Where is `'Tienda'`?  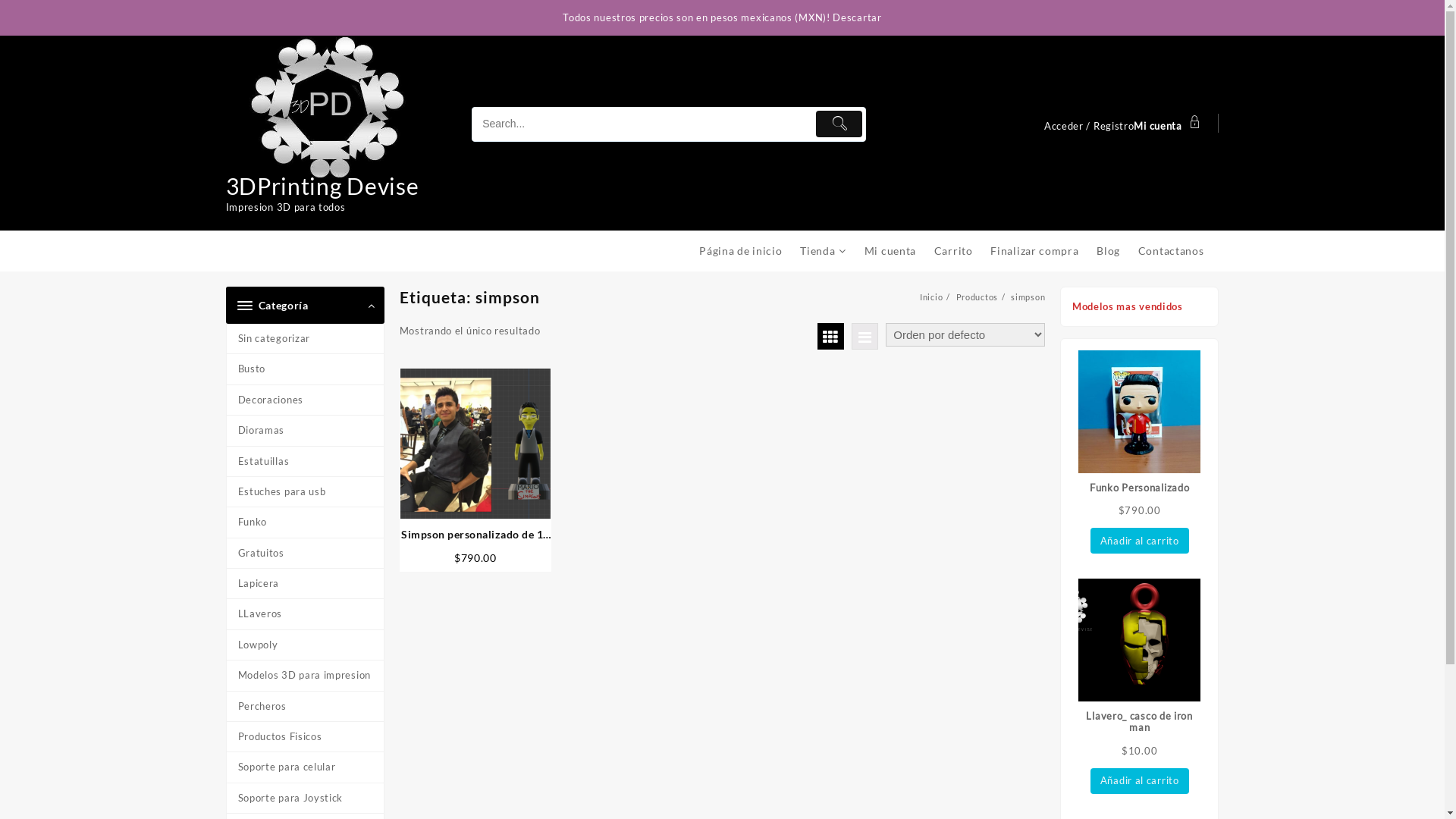 'Tienda' is located at coordinates (830, 250).